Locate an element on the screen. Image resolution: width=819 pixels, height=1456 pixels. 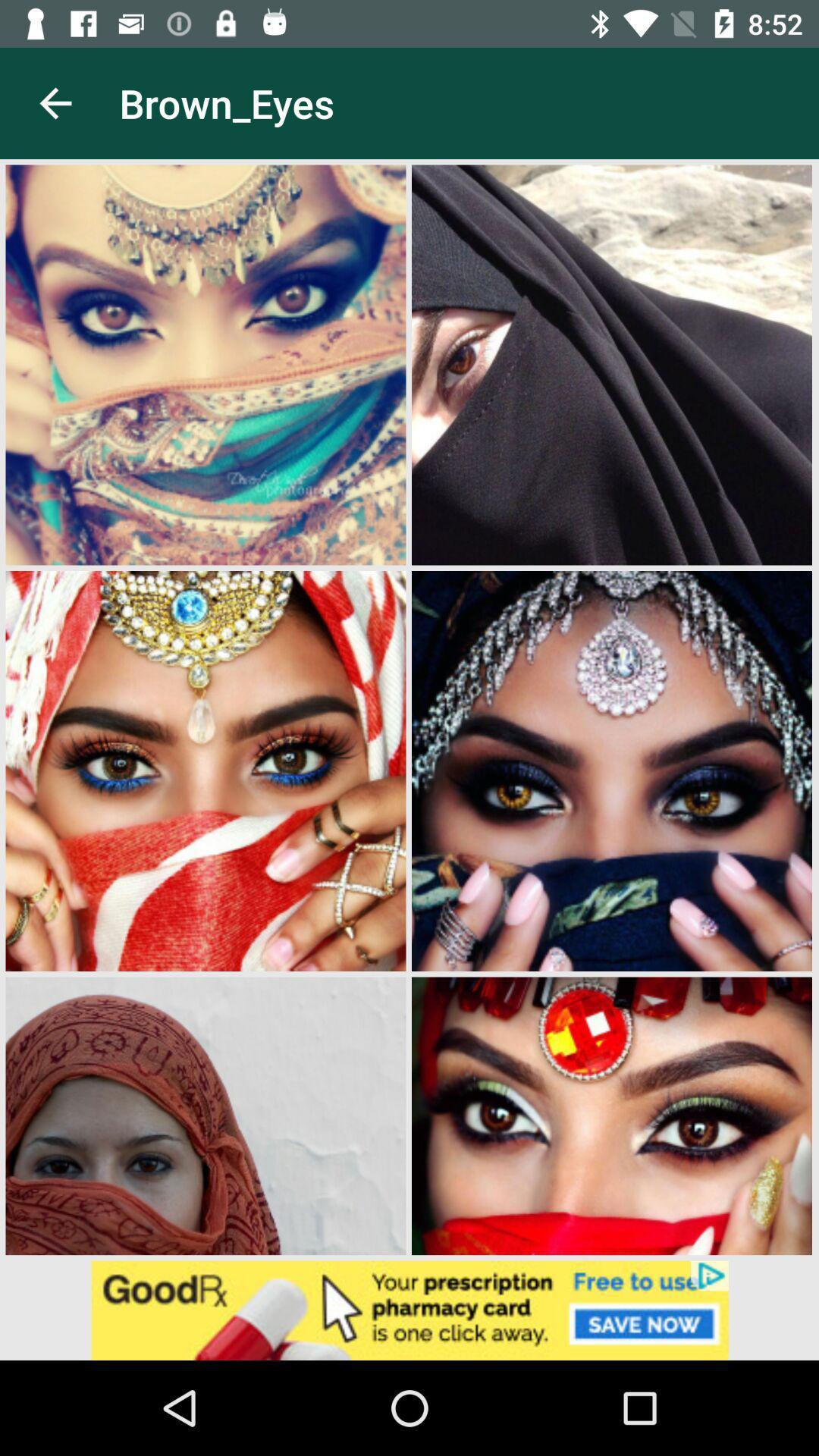
open advertisement is located at coordinates (409, 1310).